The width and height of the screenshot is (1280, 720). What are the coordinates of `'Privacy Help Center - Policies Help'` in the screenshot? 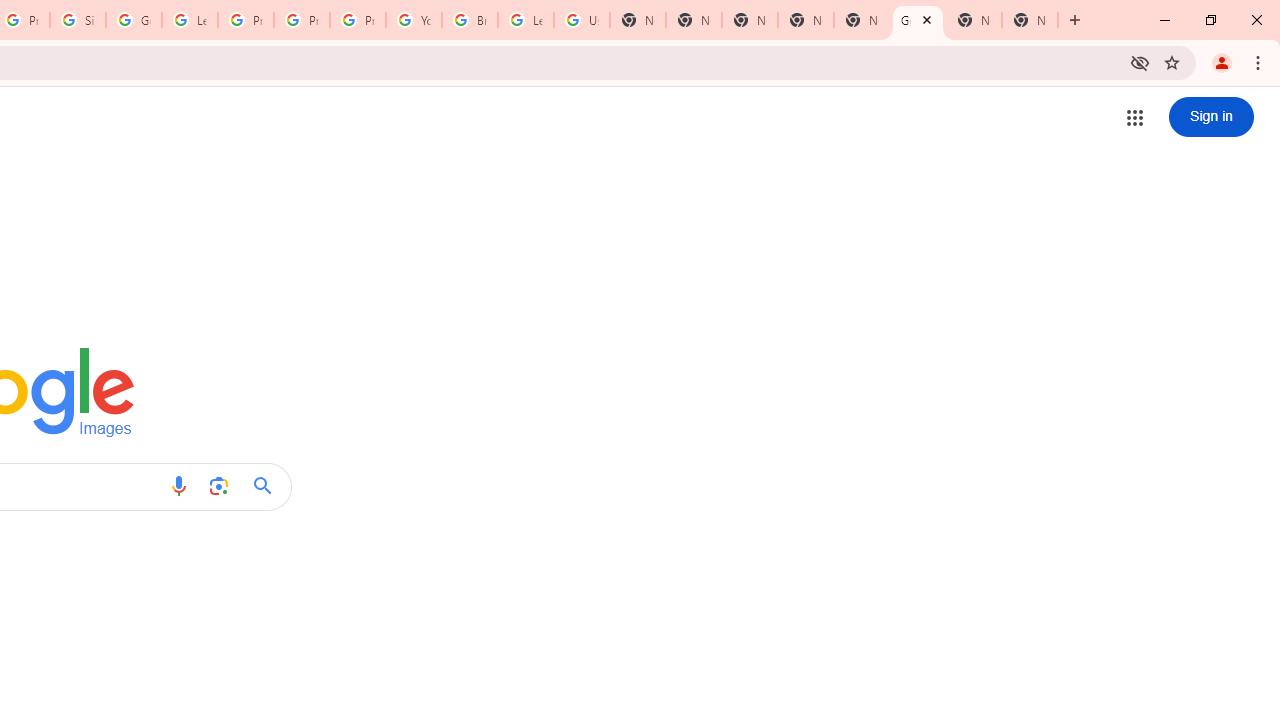 It's located at (244, 20).